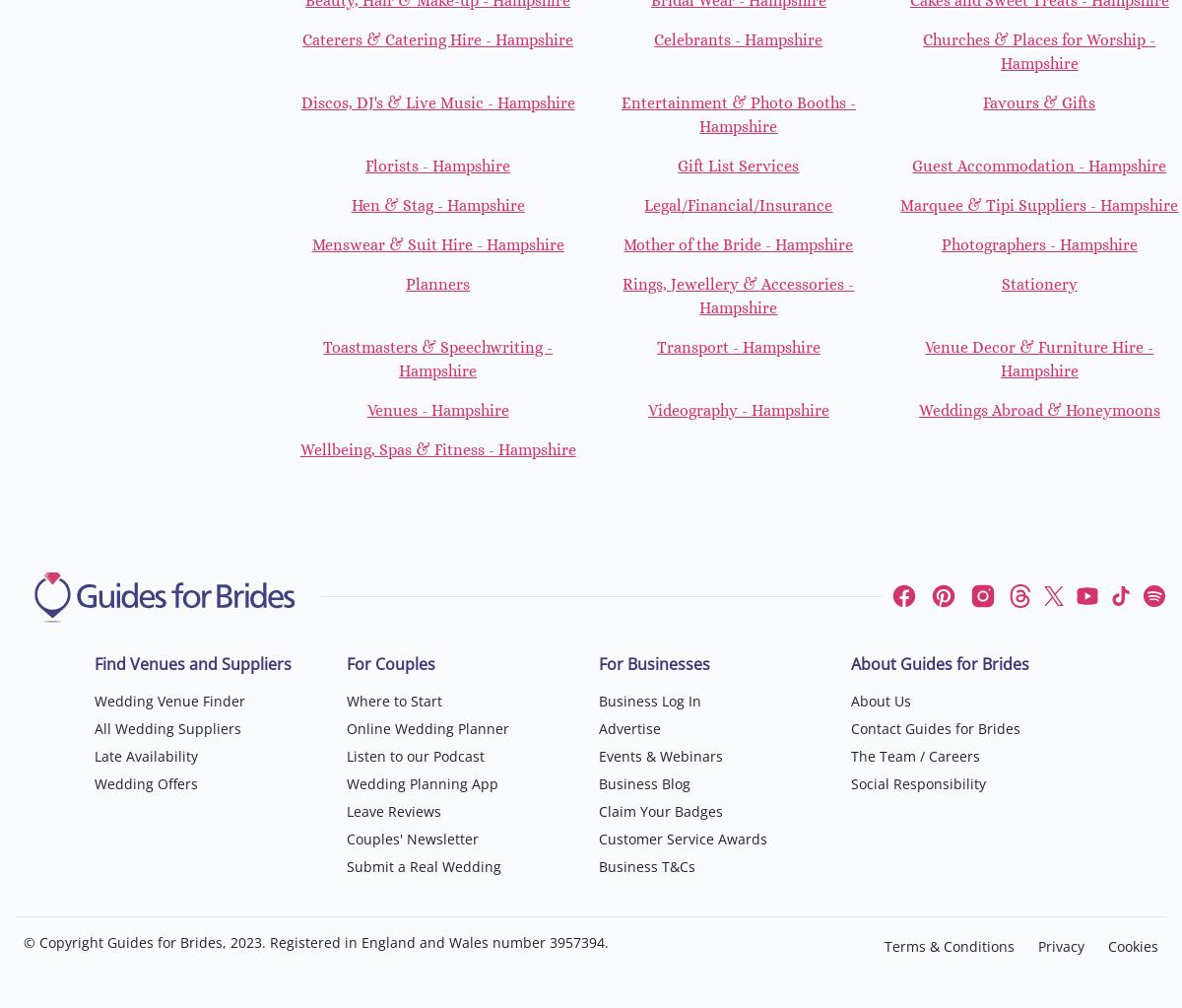  Describe the element at coordinates (683, 837) in the screenshot. I see `'Customer Service Awards'` at that location.